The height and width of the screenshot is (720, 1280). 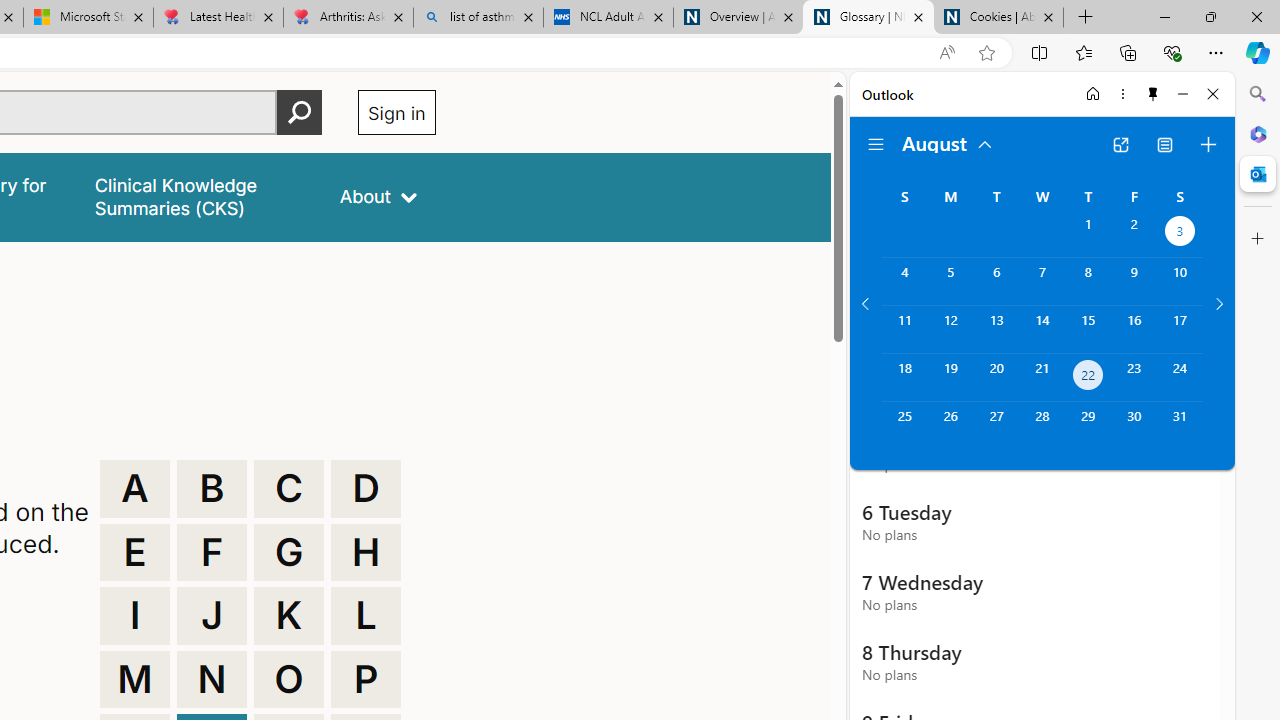 I want to click on 'View Switcher. Current view is Agenda view', so click(x=1165, y=144).